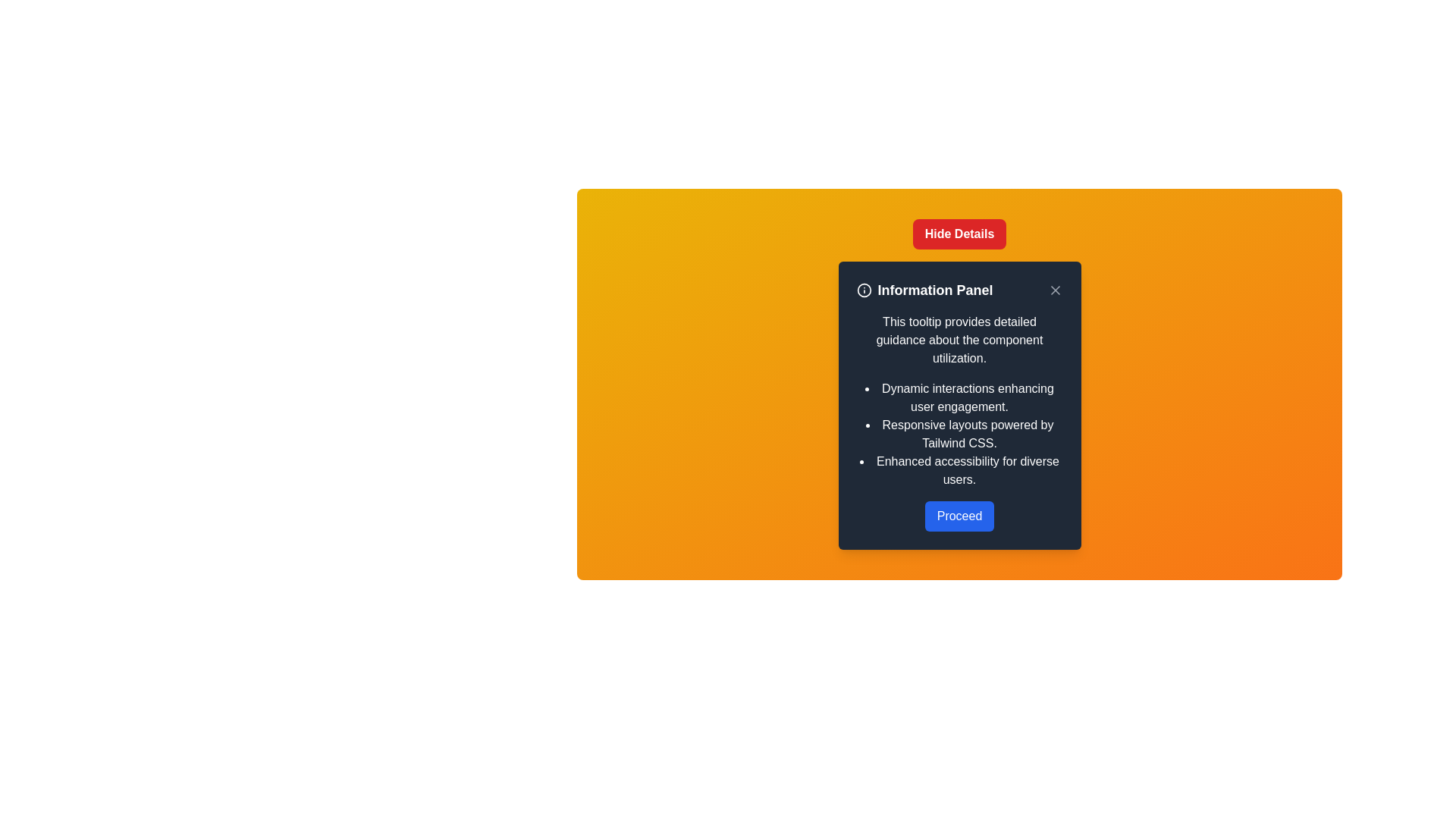 Image resolution: width=1456 pixels, height=819 pixels. I want to click on 'Information Panel' text from the header bar located at the top of the tooltip, which includes a left-aligned bold text and an icon on the left side, so click(959, 290).